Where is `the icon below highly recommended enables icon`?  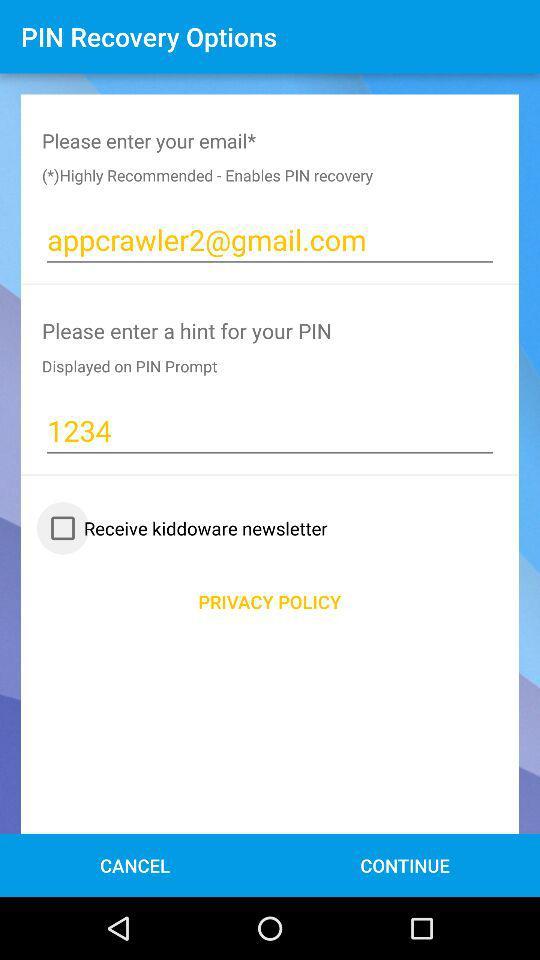
the icon below highly recommended enables icon is located at coordinates (270, 240).